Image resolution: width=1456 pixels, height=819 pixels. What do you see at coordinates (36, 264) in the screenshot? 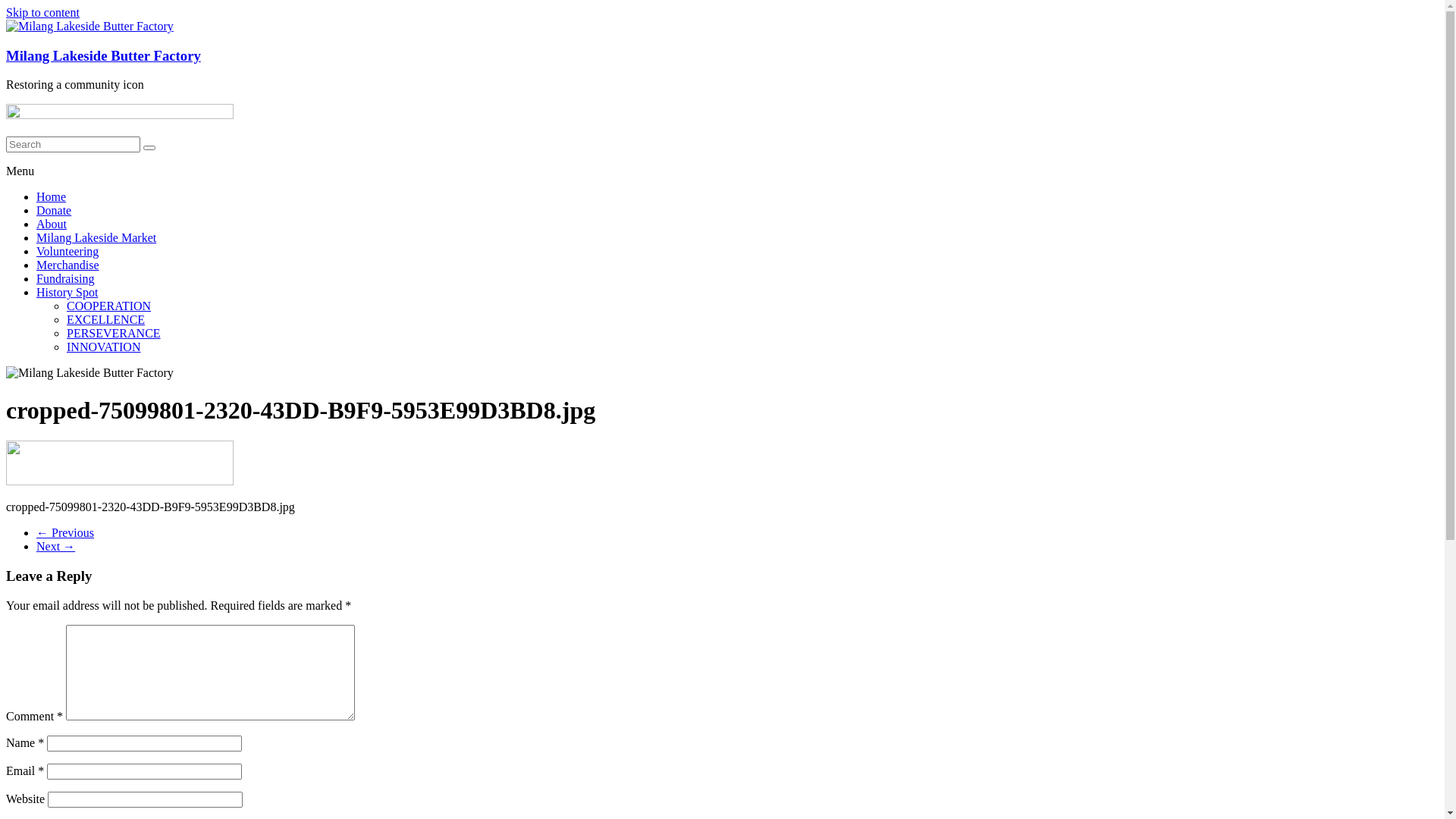
I see `'Merchandise'` at bounding box center [36, 264].